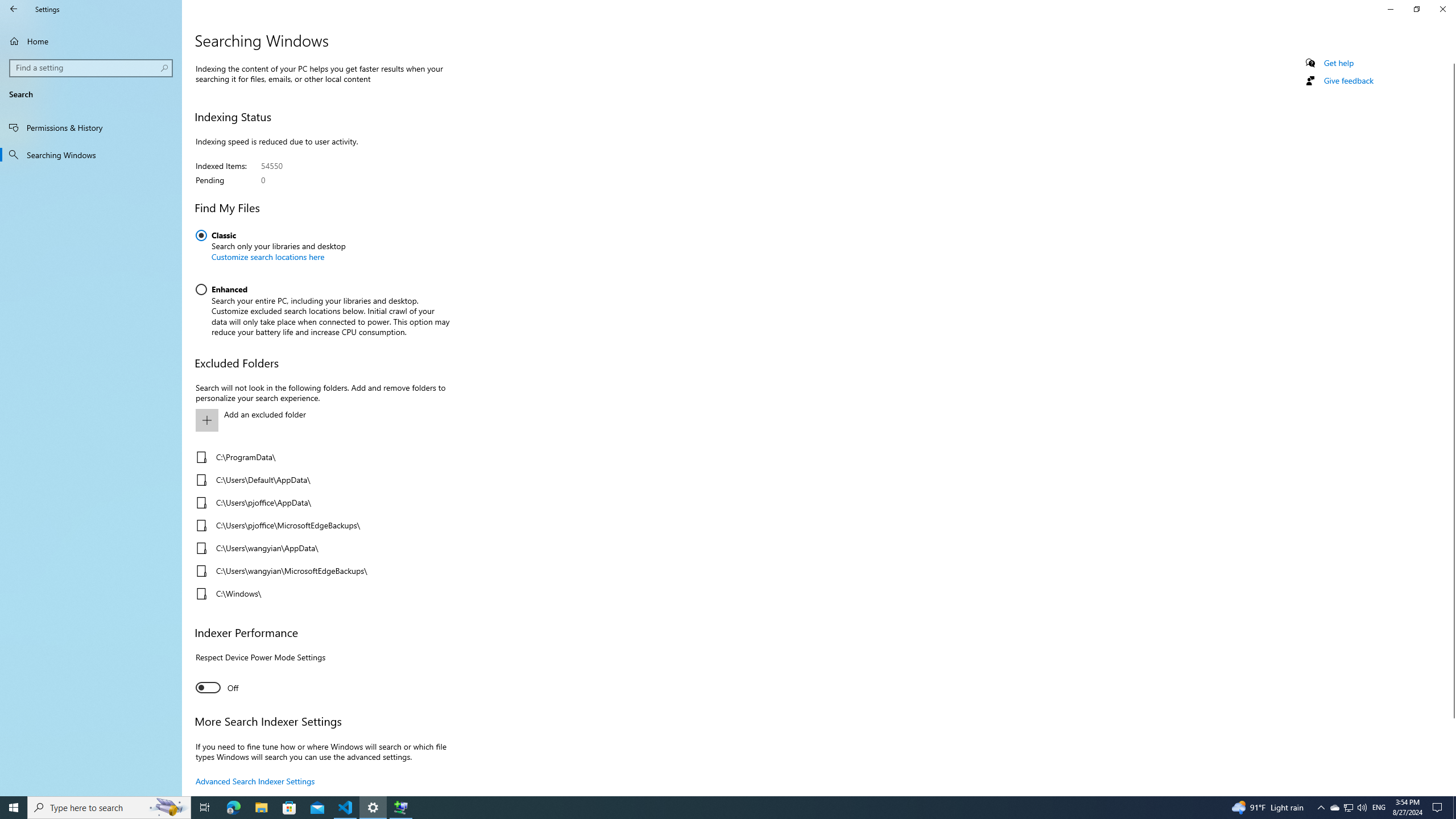 The height and width of the screenshot is (819, 1456). I want to click on 'Customize search locations here', so click(267, 257).